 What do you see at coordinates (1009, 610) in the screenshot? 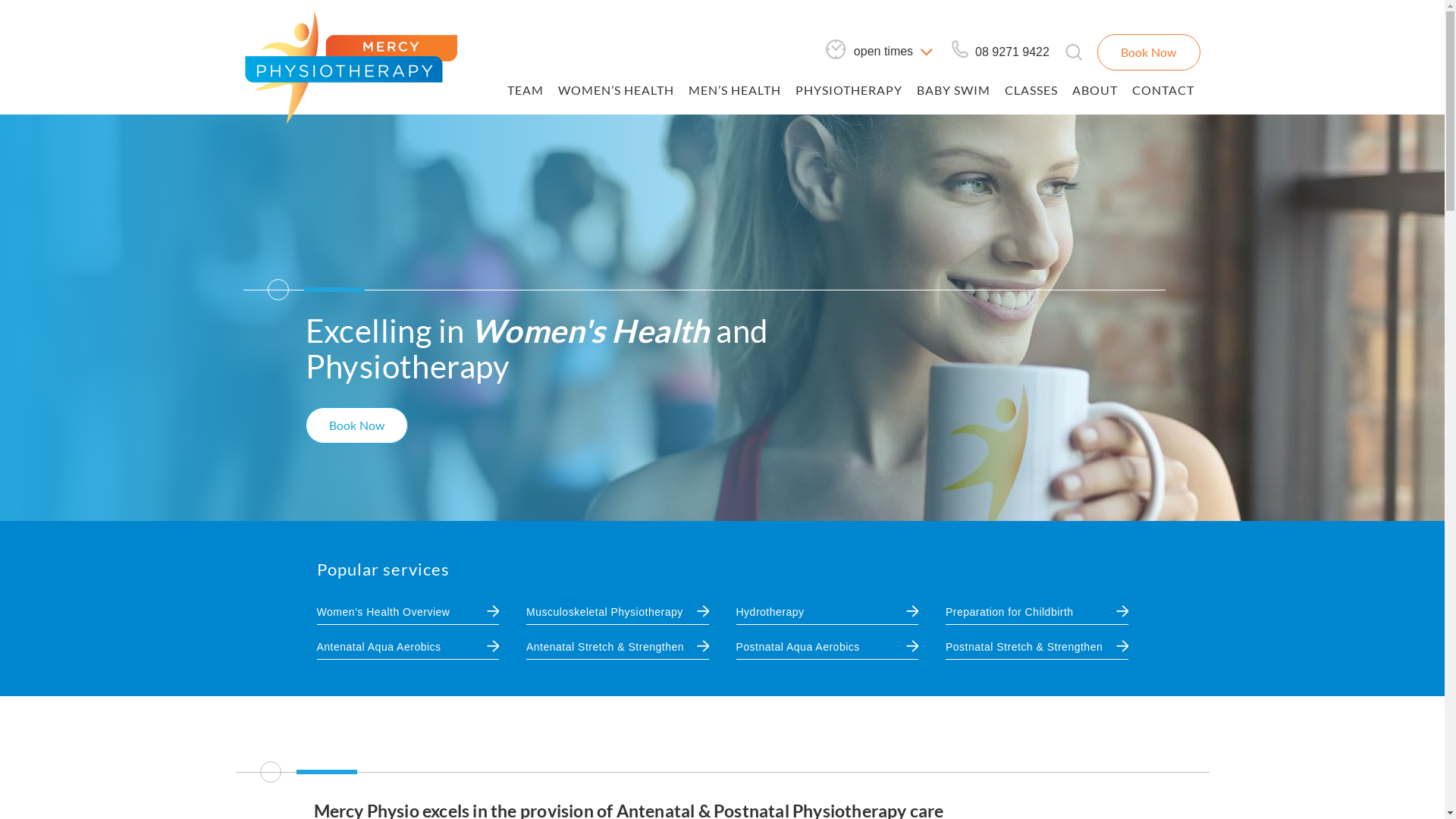
I see `'Preparation for Childbirth'` at bounding box center [1009, 610].